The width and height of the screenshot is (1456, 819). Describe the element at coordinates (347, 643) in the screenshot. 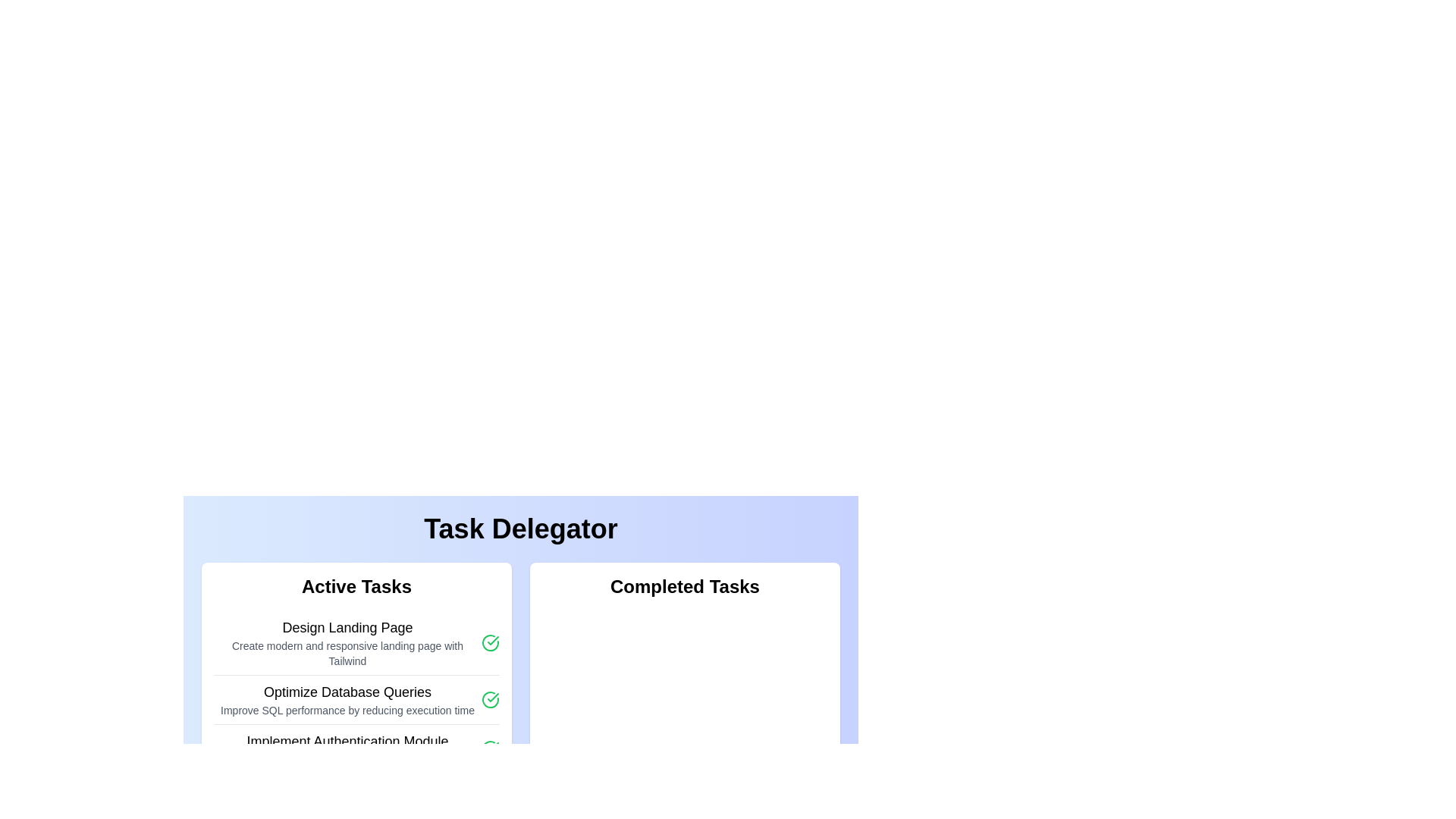

I see `the first multi-line informational text block in the 'Active Tasks' section, which displays task-specific details` at that location.